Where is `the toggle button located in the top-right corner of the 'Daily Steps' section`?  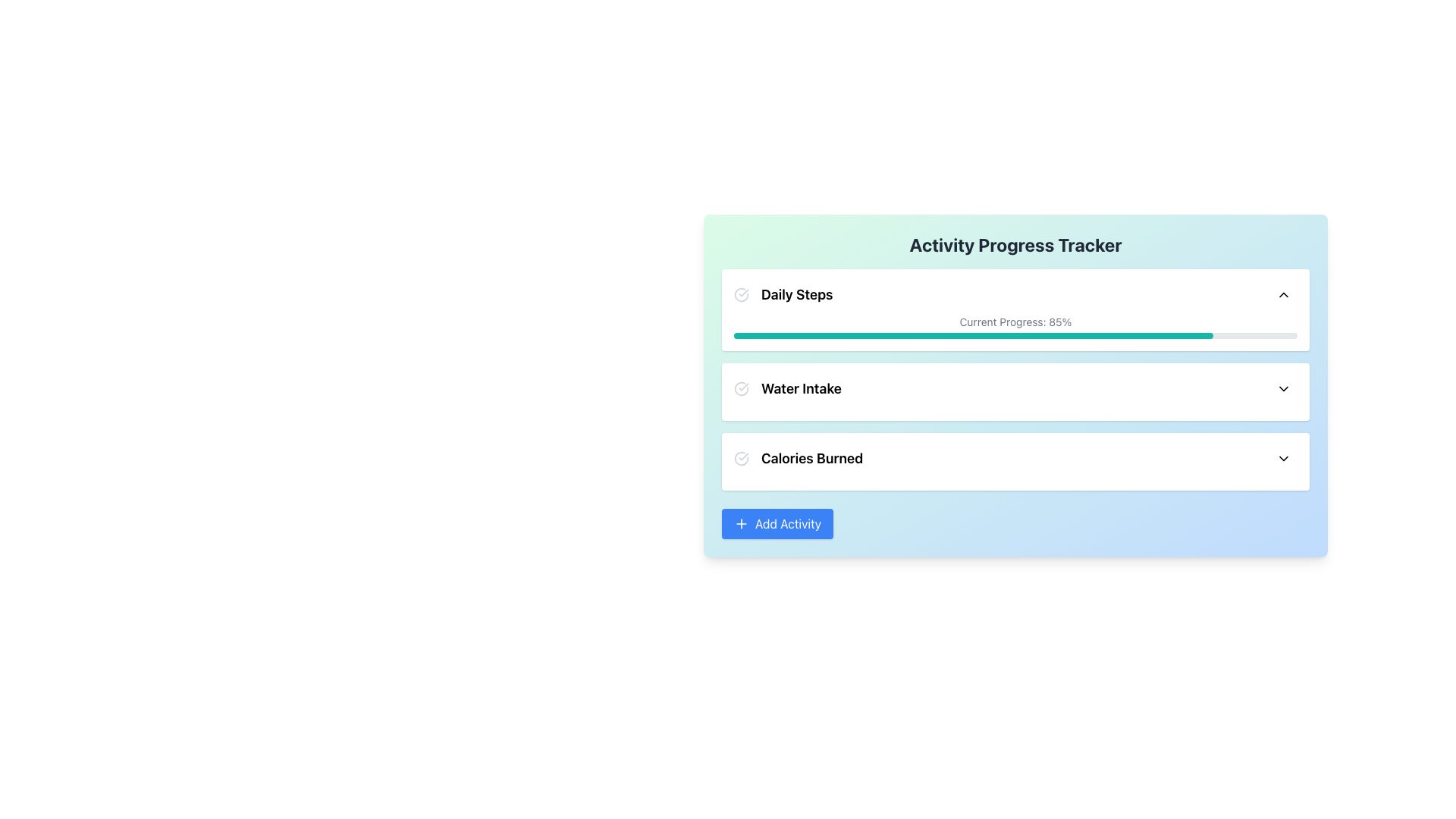
the toggle button located in the top-right corner of the 'Daily Steps' section is located at coordinates (1283, 295).